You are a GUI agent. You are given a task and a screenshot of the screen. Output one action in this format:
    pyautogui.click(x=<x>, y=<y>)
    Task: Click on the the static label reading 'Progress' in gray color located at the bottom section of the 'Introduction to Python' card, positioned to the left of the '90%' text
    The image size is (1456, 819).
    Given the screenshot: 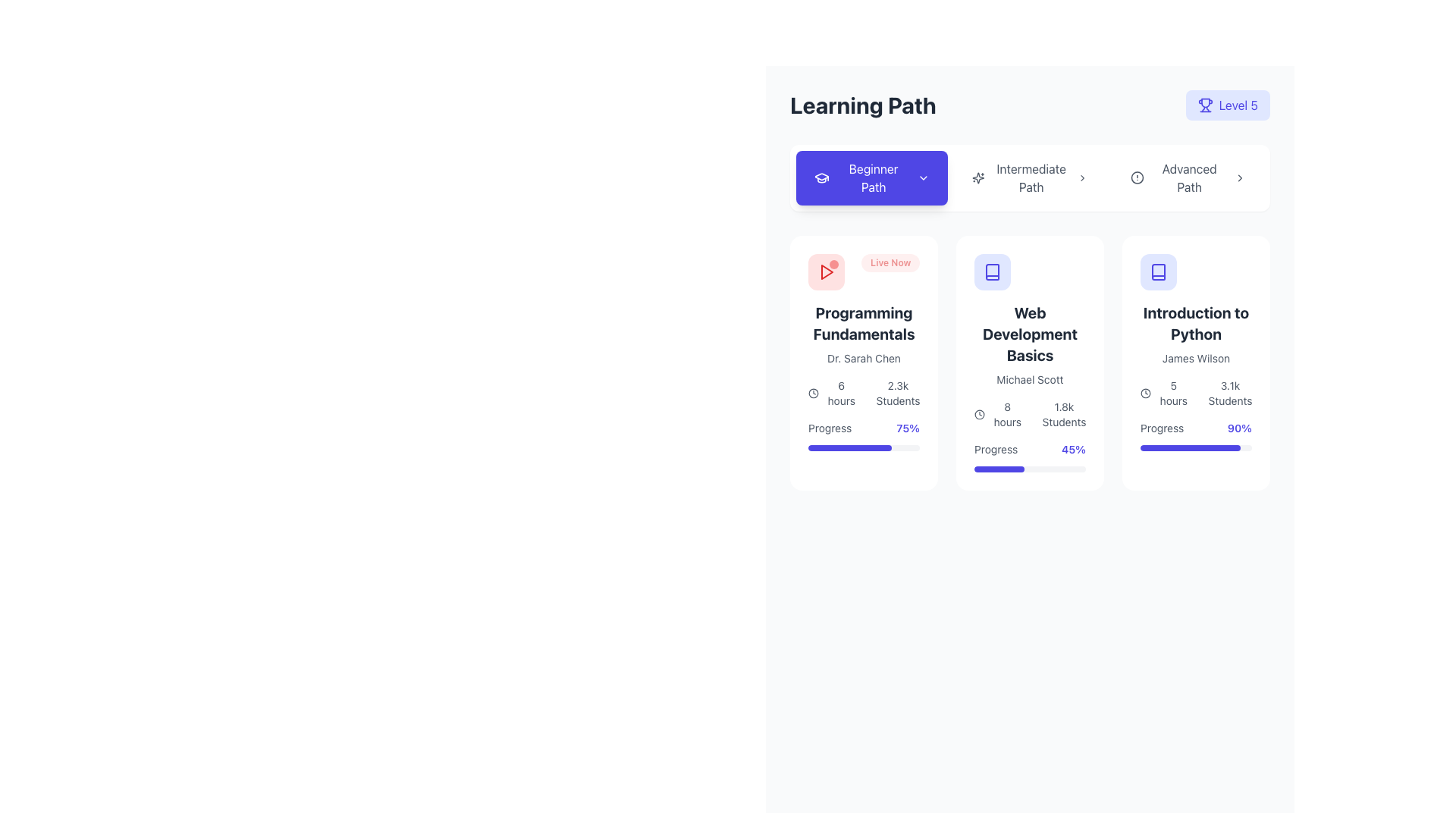 What is the action you would take?
    pyautogui.click(x=1161, y=428)
    